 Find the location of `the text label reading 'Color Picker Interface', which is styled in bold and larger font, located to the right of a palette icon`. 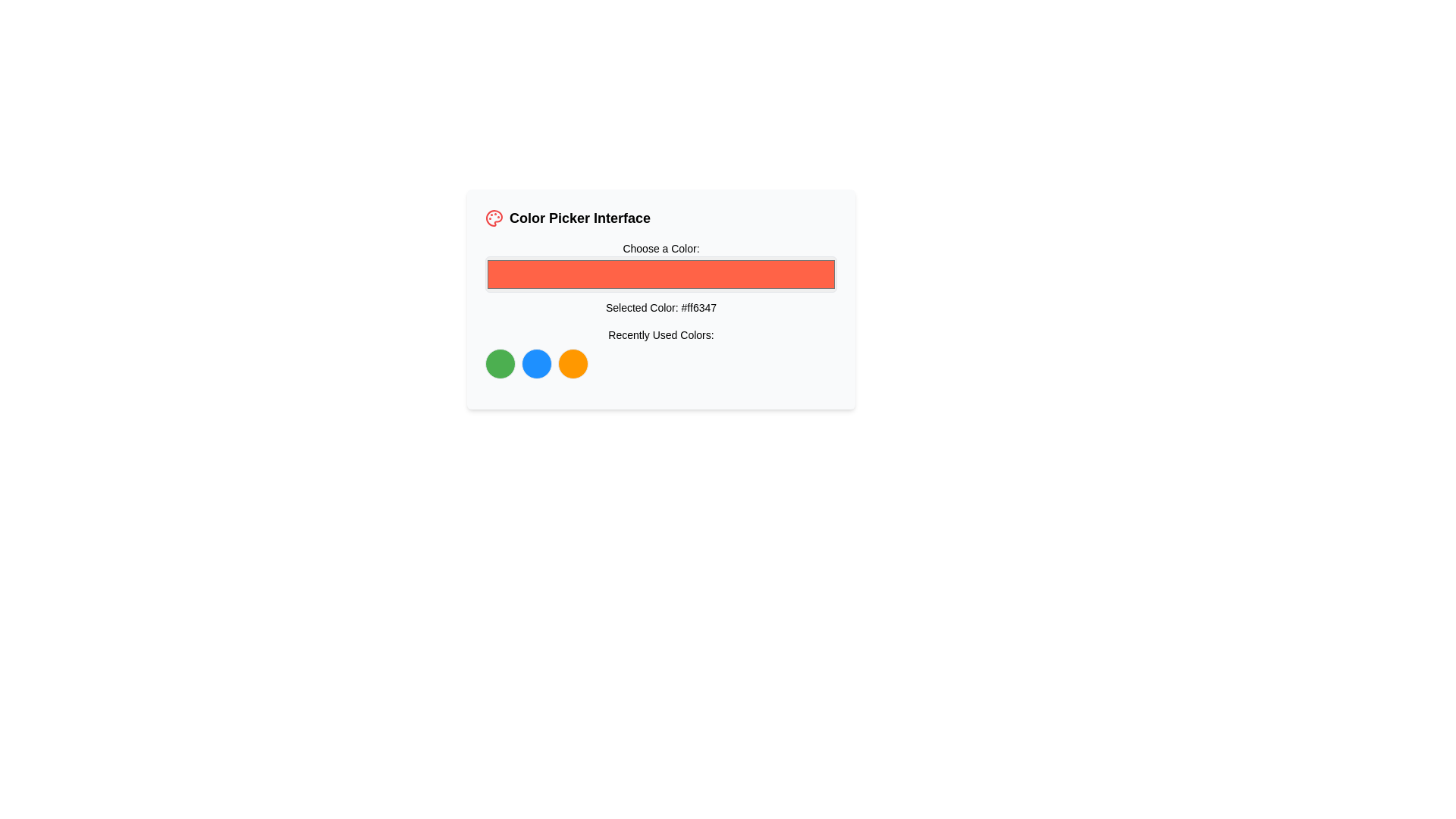

the text label reading 'Color Picker Interface', which is styled in bold and larger font, located to the right of a palette icon is located at coordinates (579, 218).